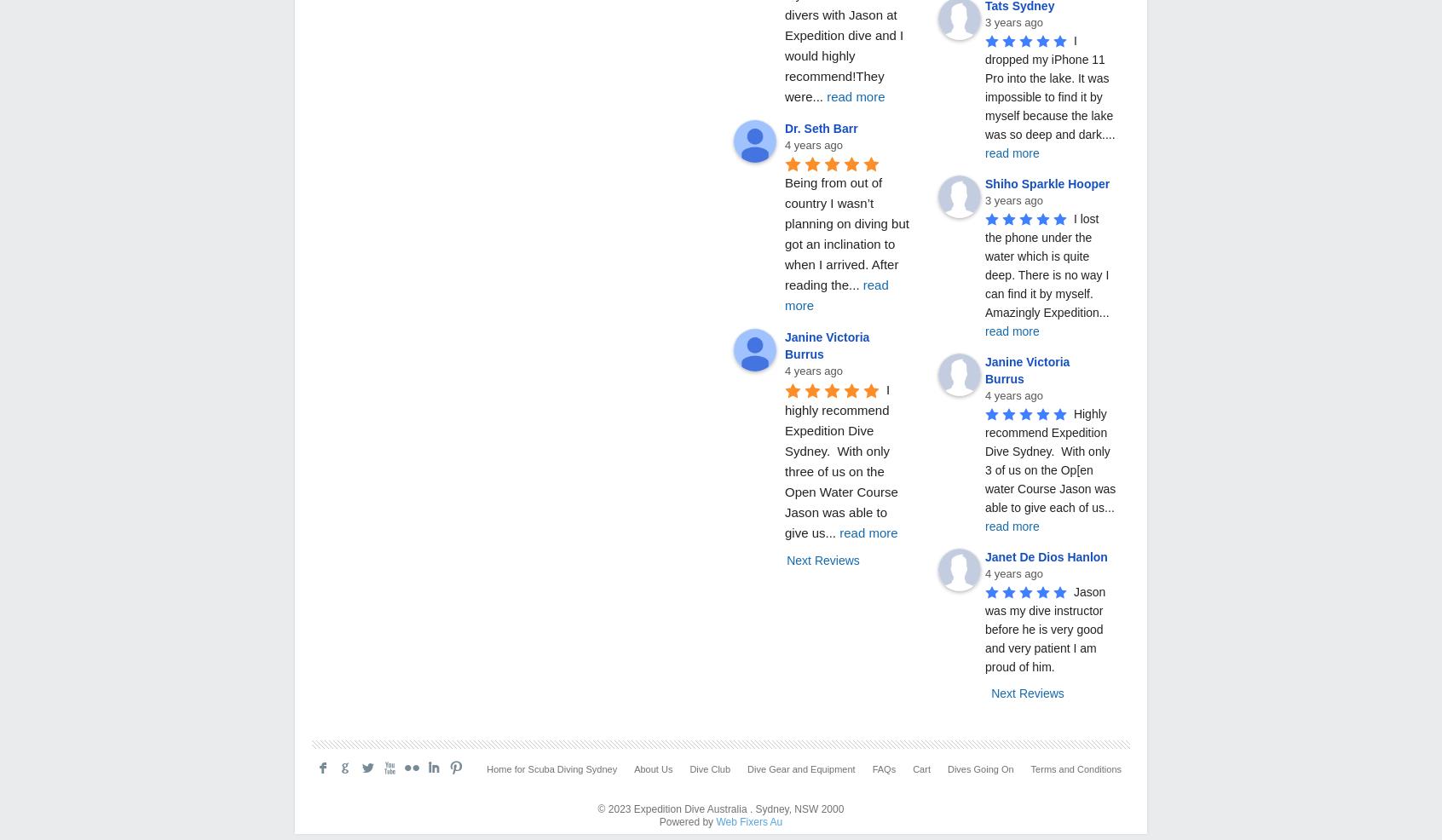 This screenshot has width=1442, height=840. I want to click on 'Dr. Seth Barr', so click(821, 128).